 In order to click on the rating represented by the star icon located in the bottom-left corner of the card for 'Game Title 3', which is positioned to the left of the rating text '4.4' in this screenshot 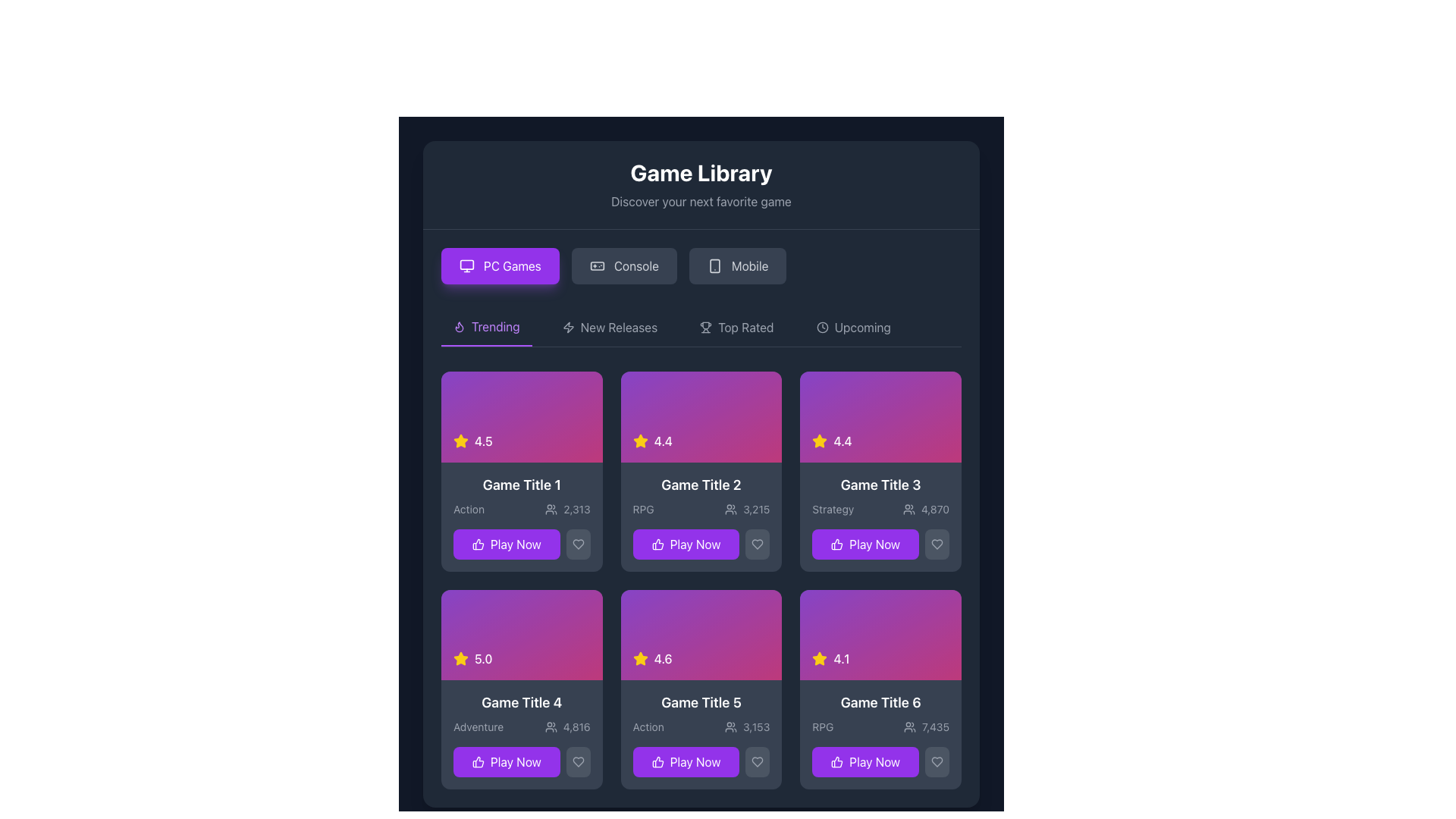, I will do `click(819, 441)`.